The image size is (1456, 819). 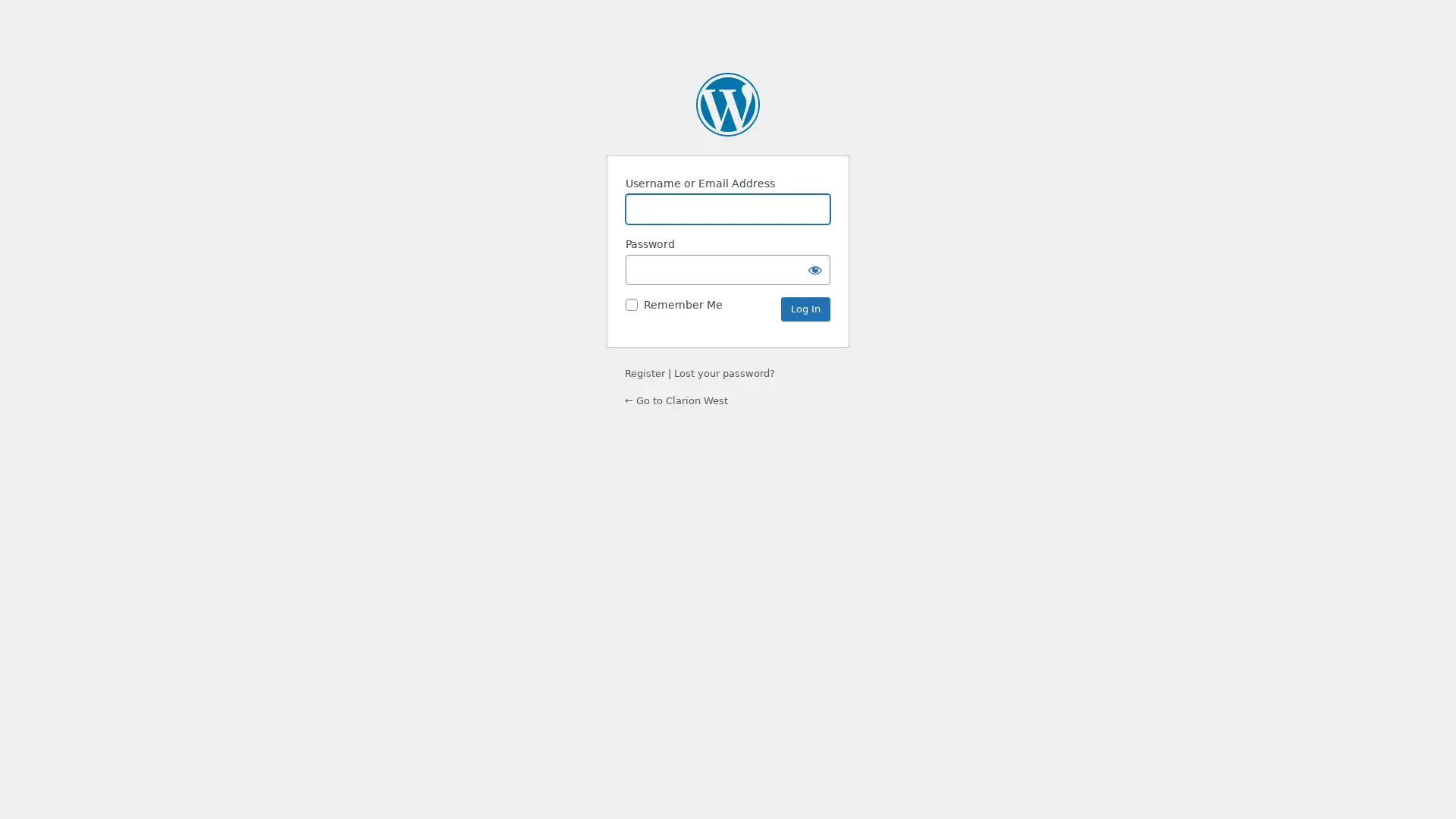 I want to click on Show password, so click(x=814, y=268).